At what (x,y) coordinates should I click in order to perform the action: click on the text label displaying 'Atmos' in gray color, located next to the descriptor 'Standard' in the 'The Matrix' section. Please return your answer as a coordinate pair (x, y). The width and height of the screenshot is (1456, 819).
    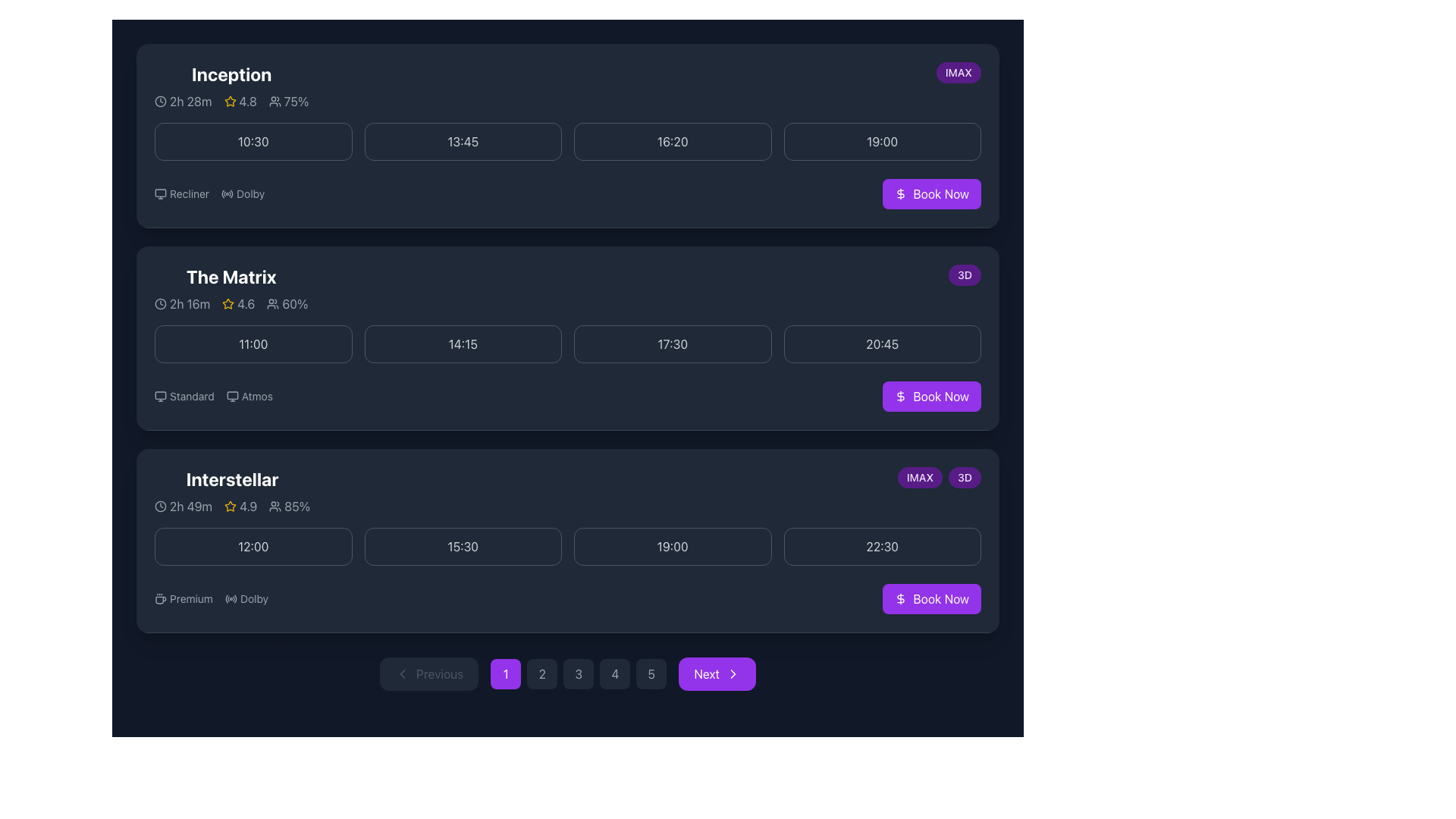
    Looking at the image, I should click on (249, 396).